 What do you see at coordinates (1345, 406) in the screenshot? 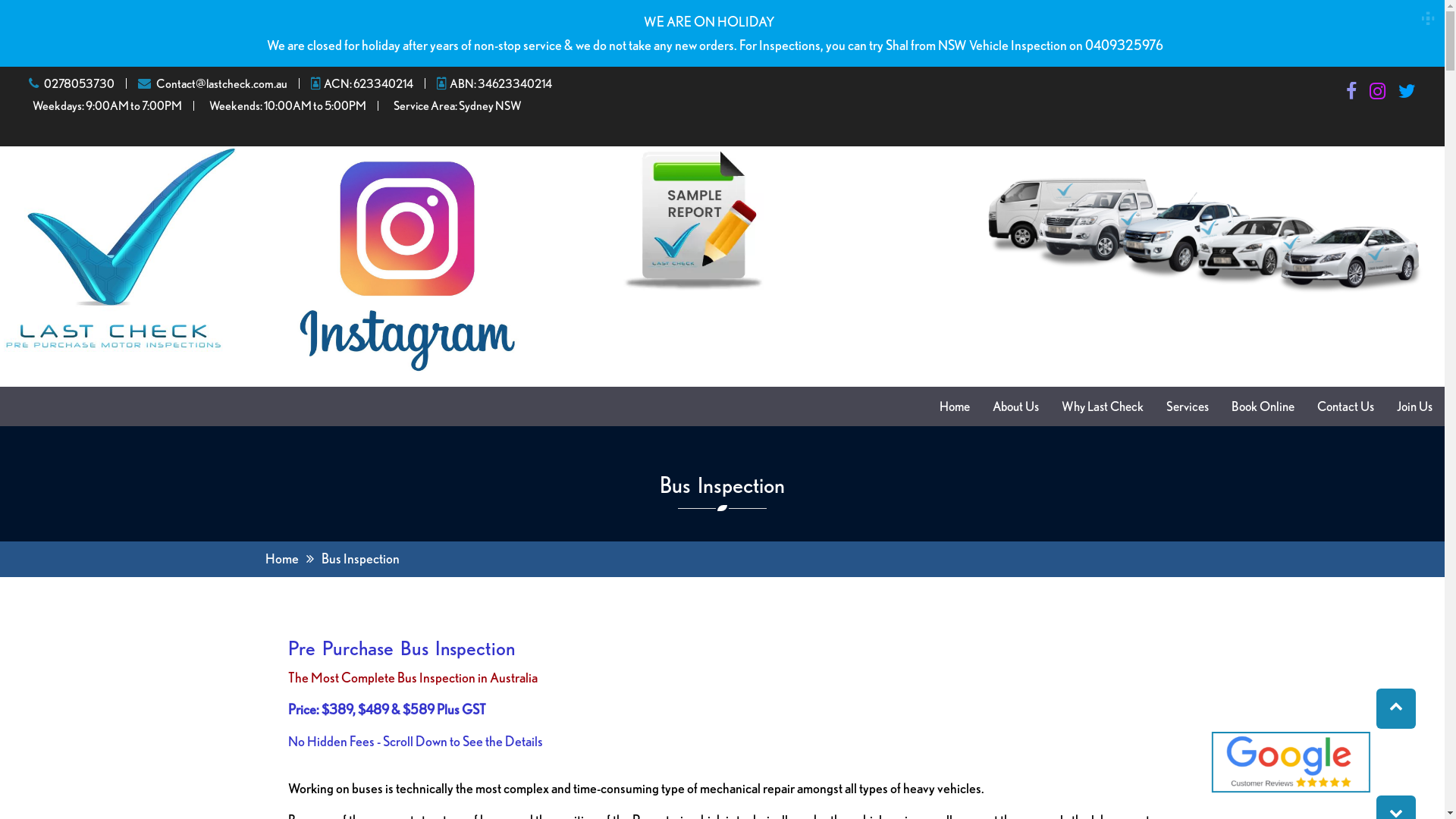
I see `'Contact Us'` at bounding box center [1345, 406].